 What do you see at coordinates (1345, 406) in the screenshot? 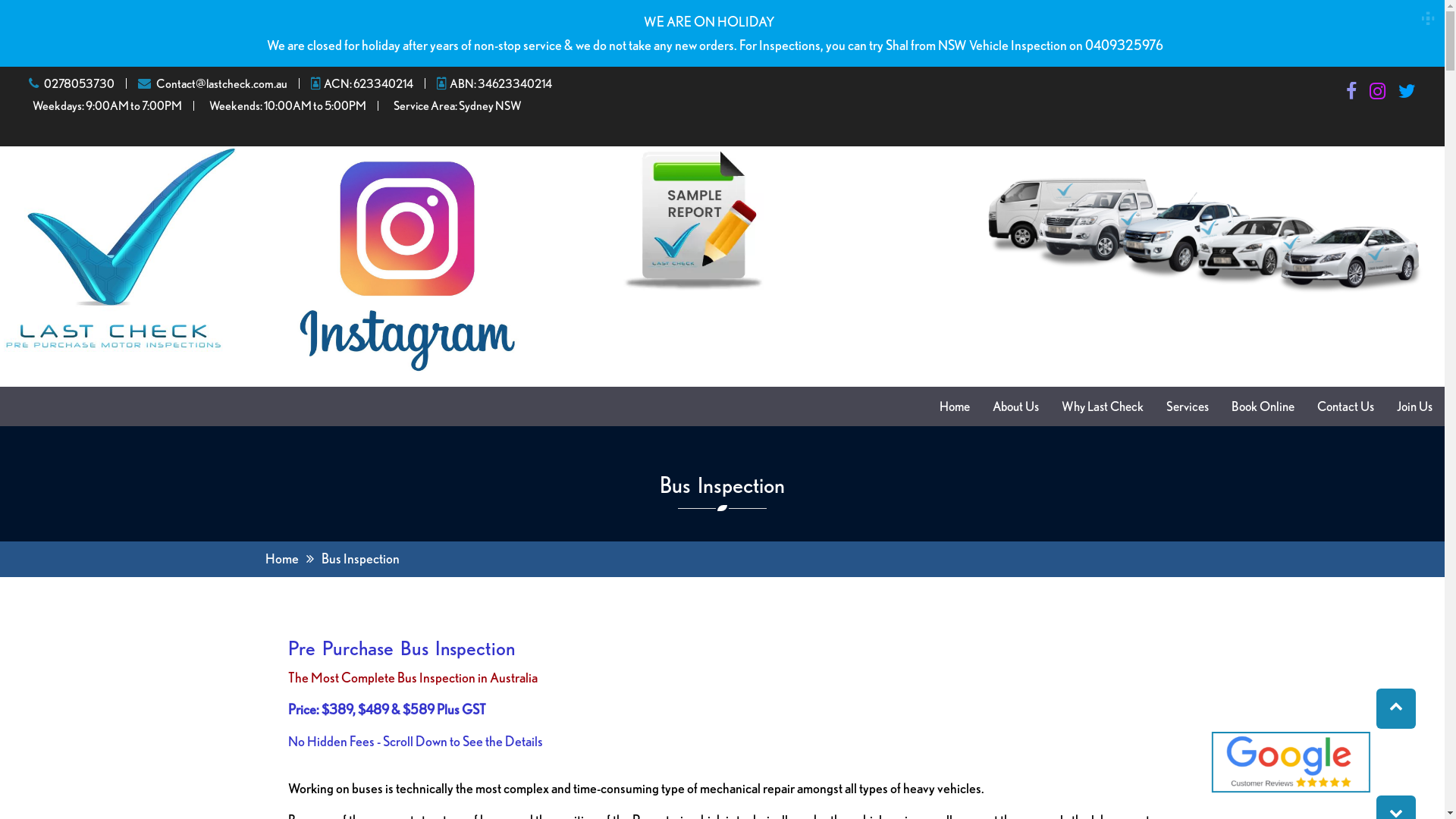
I see `'Contact Us'` at bounding box center [1345, 406].